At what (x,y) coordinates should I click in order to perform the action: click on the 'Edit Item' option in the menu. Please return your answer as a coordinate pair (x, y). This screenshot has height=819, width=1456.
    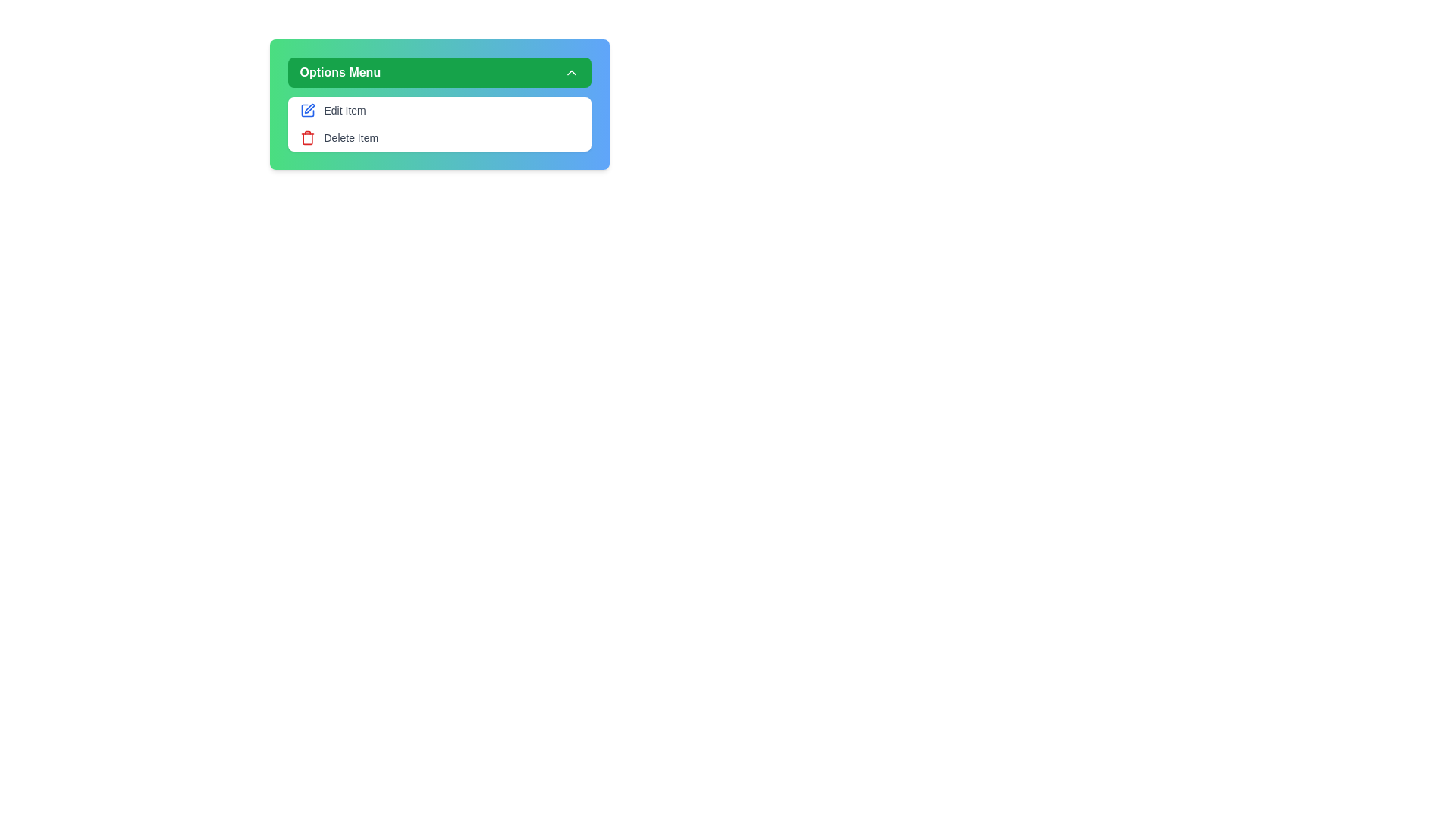
    Looking at the image, I should click on (438, 110).